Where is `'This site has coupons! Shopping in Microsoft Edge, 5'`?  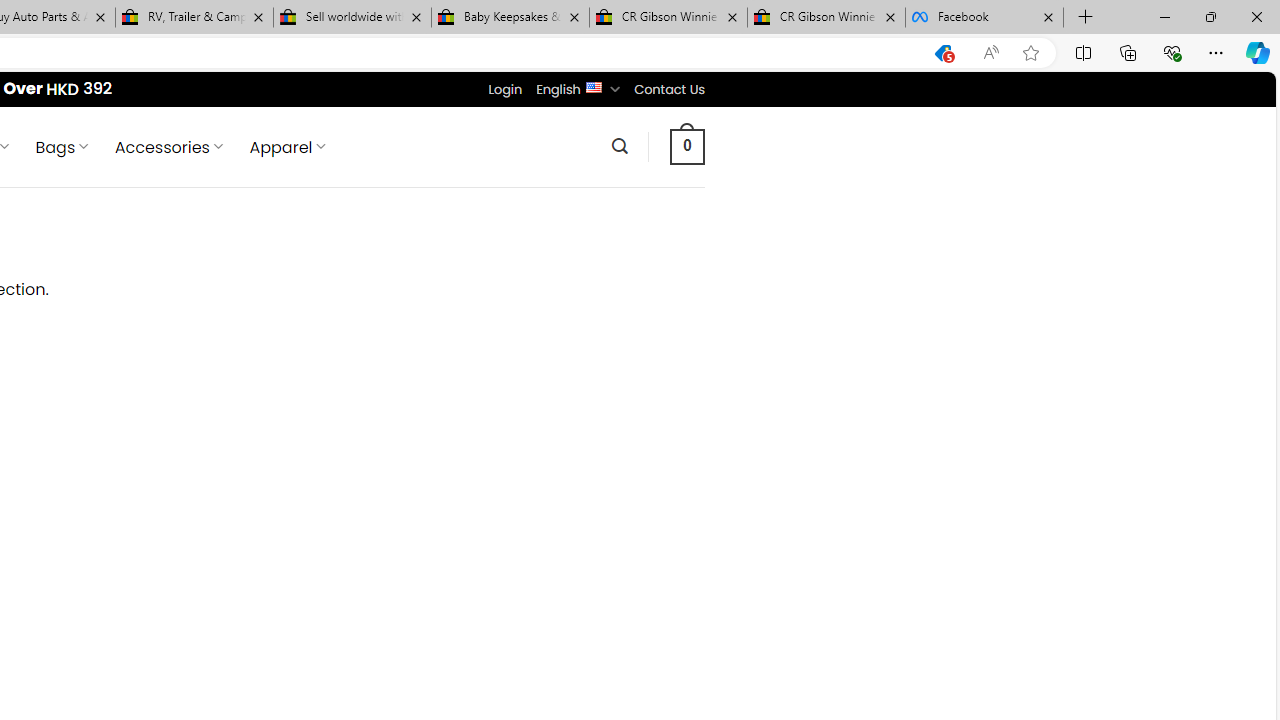
'This site has coupons! Shopping in Microsoft Edge, 5' is located at coordinates (942, 52).